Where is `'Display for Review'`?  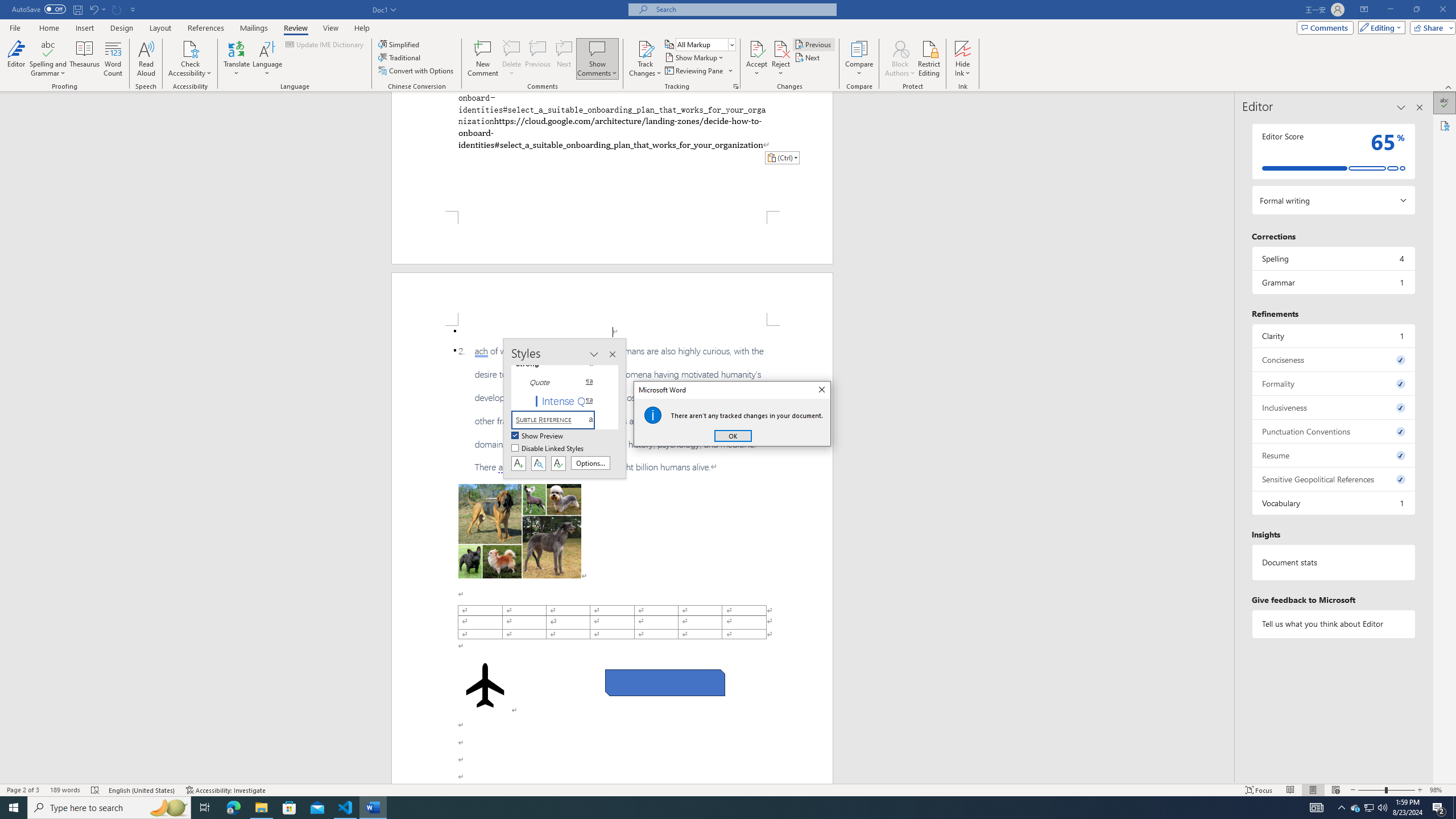 'Display for Review' is located at coordinates (705, 44).